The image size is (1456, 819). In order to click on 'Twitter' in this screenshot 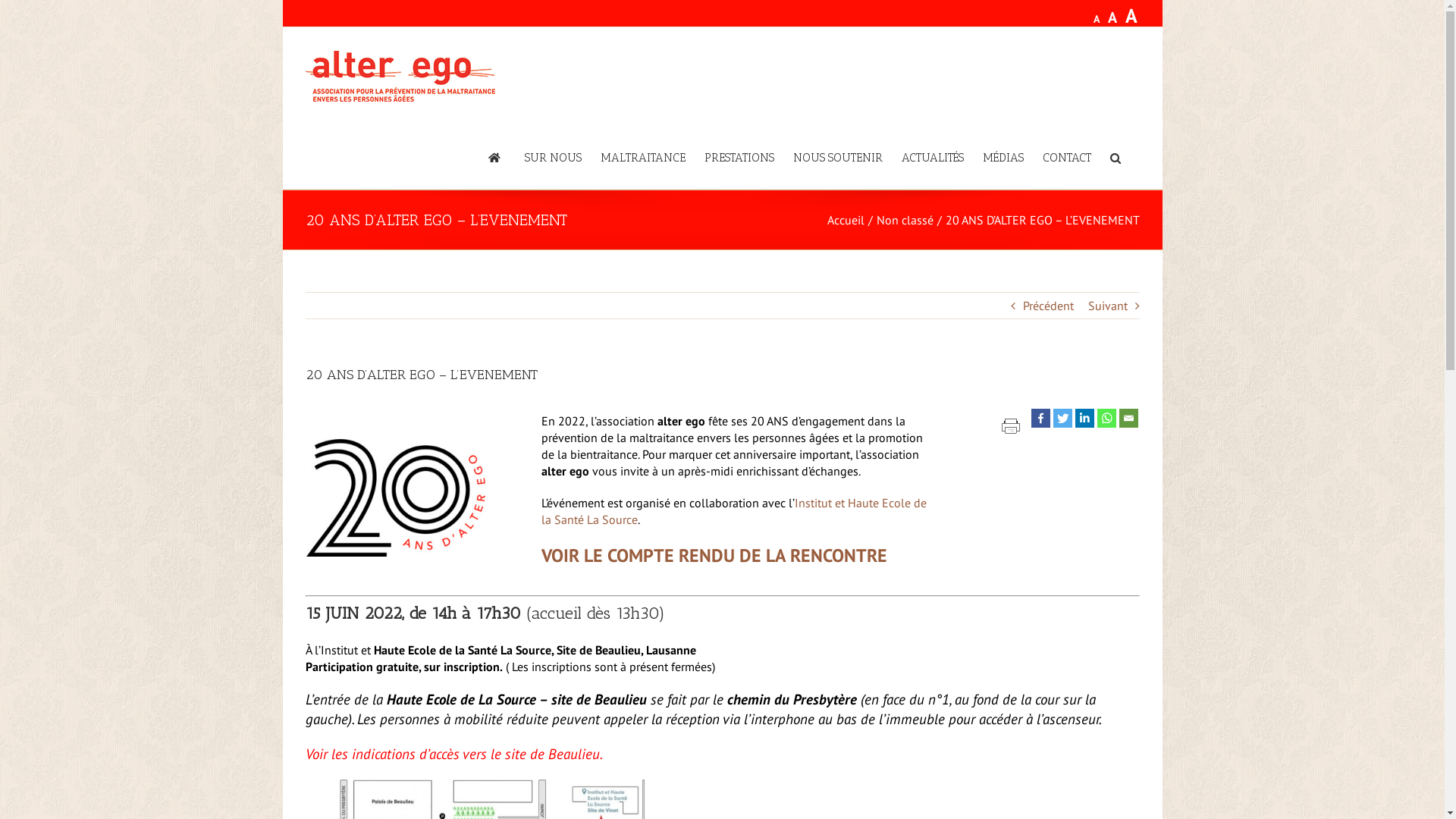, I will do `click(1061, 418)`.